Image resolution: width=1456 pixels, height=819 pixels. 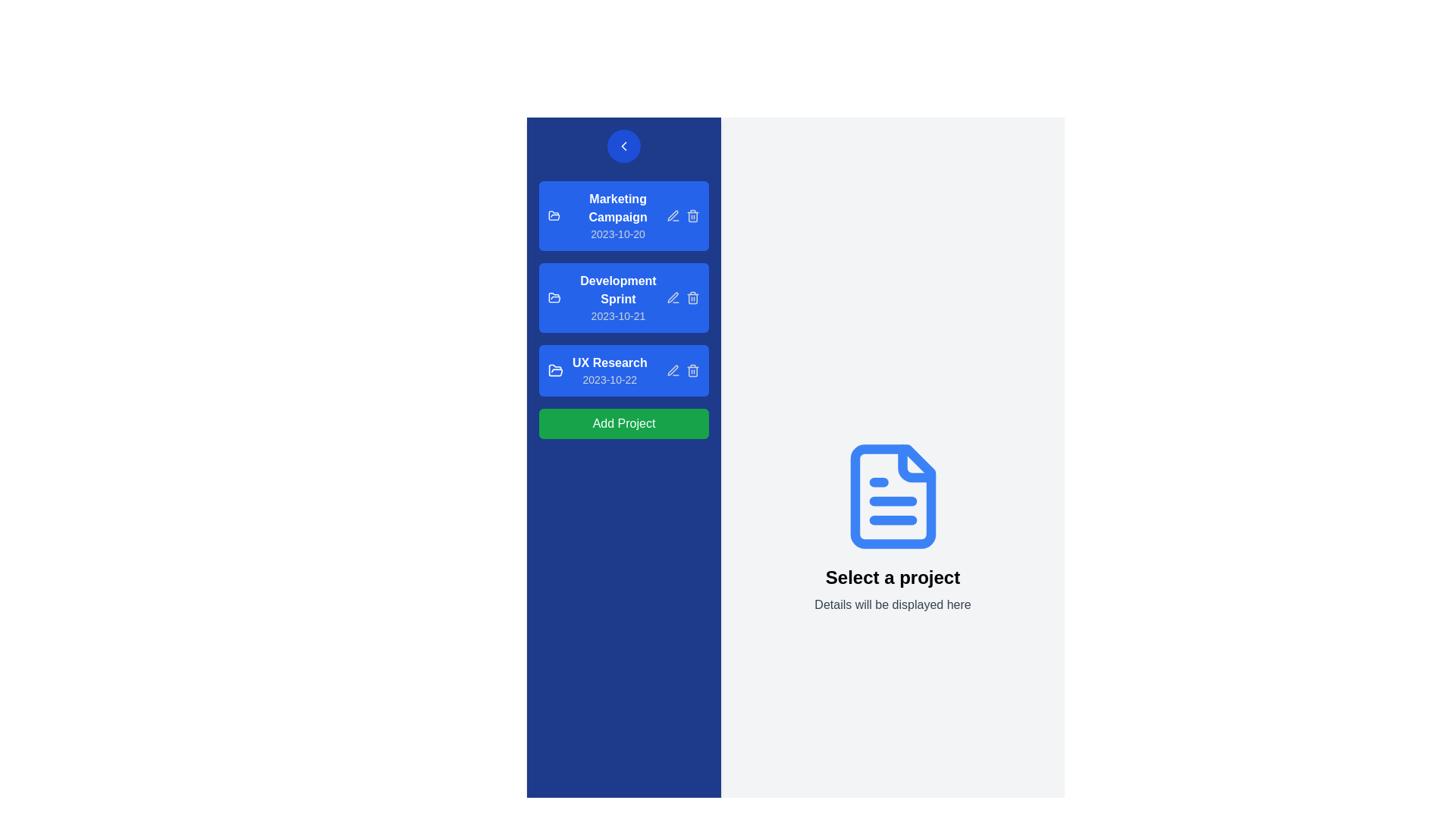 I want to click on the delete button, which is the third icon in the horizontal row next to the 'Development Sprint' project name in the left-side blue panel, so click(x=692, y=298).